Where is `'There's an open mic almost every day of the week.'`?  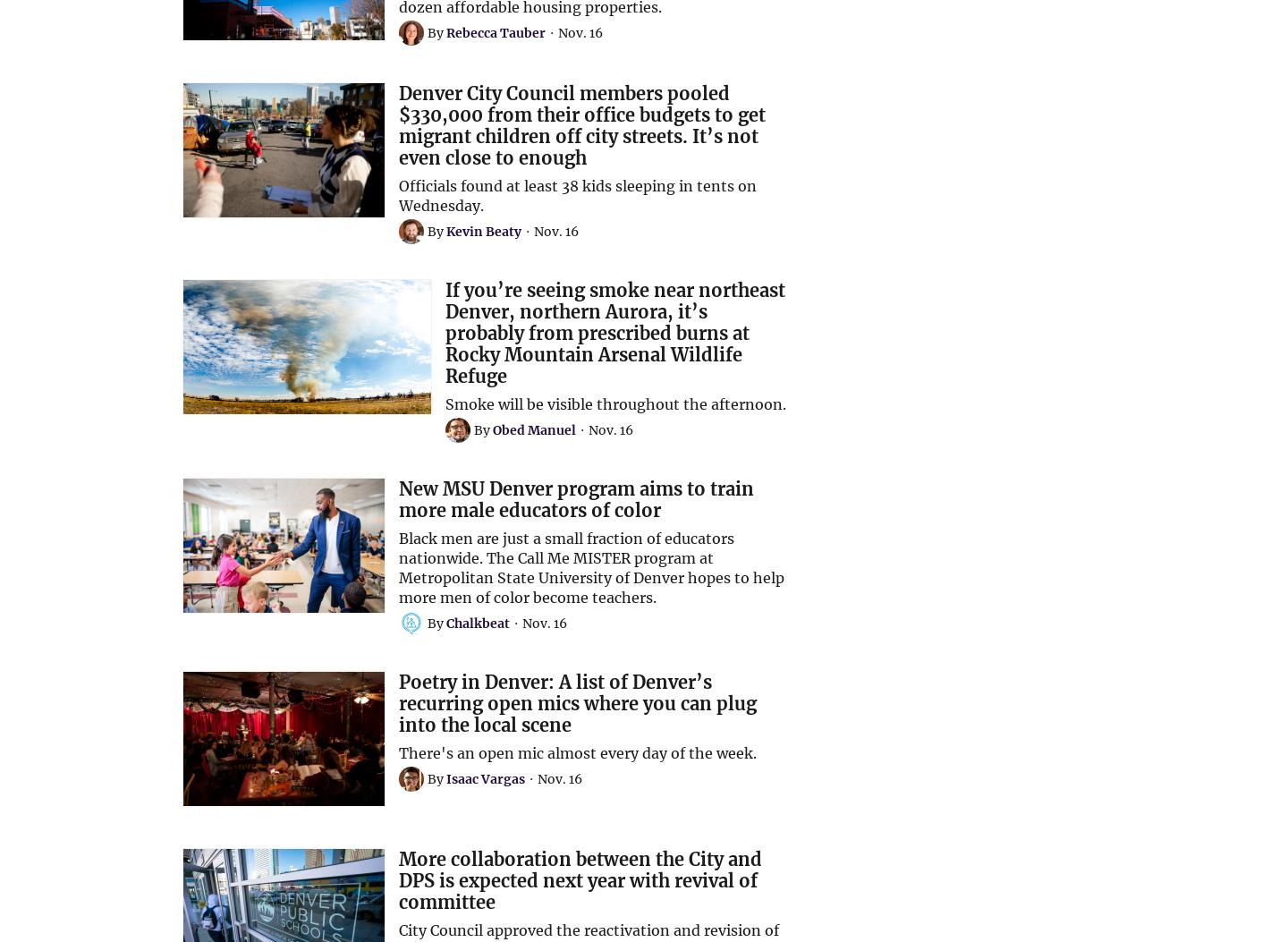 'There's an open mic almost every day of the week.' is located at coordinates (576, 751).